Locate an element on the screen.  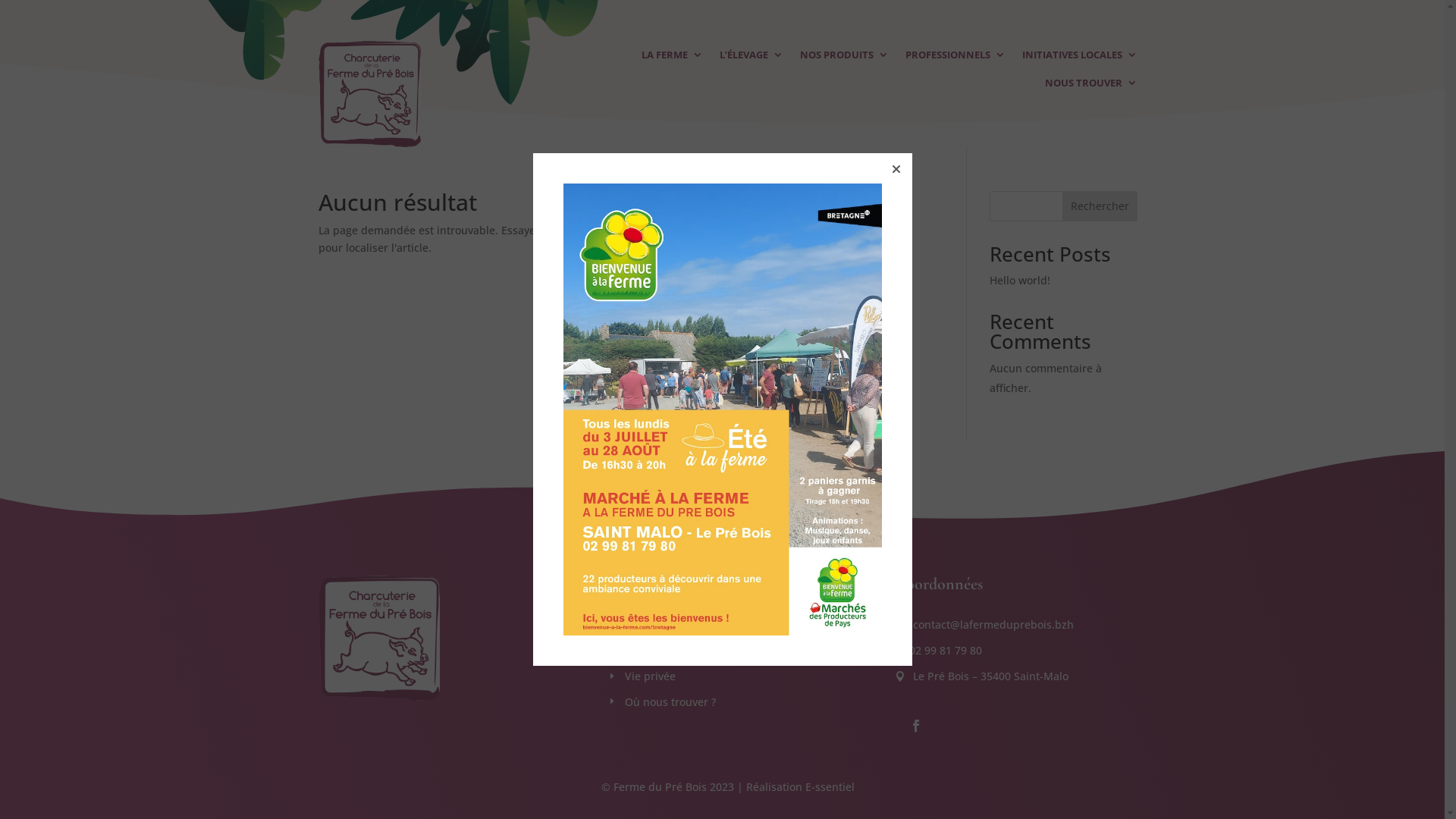
'Suivez sur Facebook' is located at coordinates (915, 724).